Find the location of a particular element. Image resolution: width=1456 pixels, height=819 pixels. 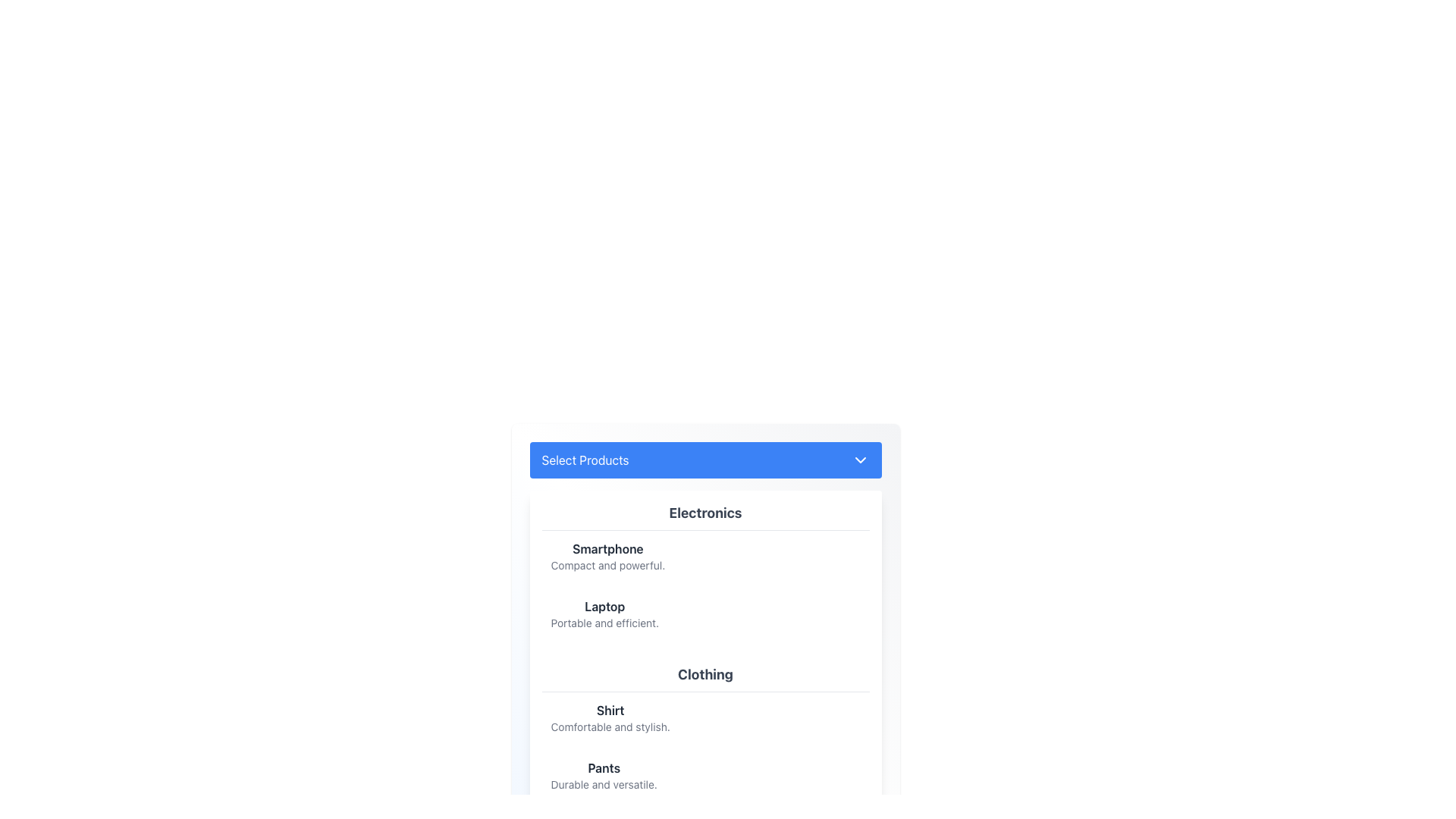

the text label displaying 'Smartphone' in bold, dark gray font, which is positioned above the descriptive text in the 'Electronics' category section is located at coordinates (607, 549).